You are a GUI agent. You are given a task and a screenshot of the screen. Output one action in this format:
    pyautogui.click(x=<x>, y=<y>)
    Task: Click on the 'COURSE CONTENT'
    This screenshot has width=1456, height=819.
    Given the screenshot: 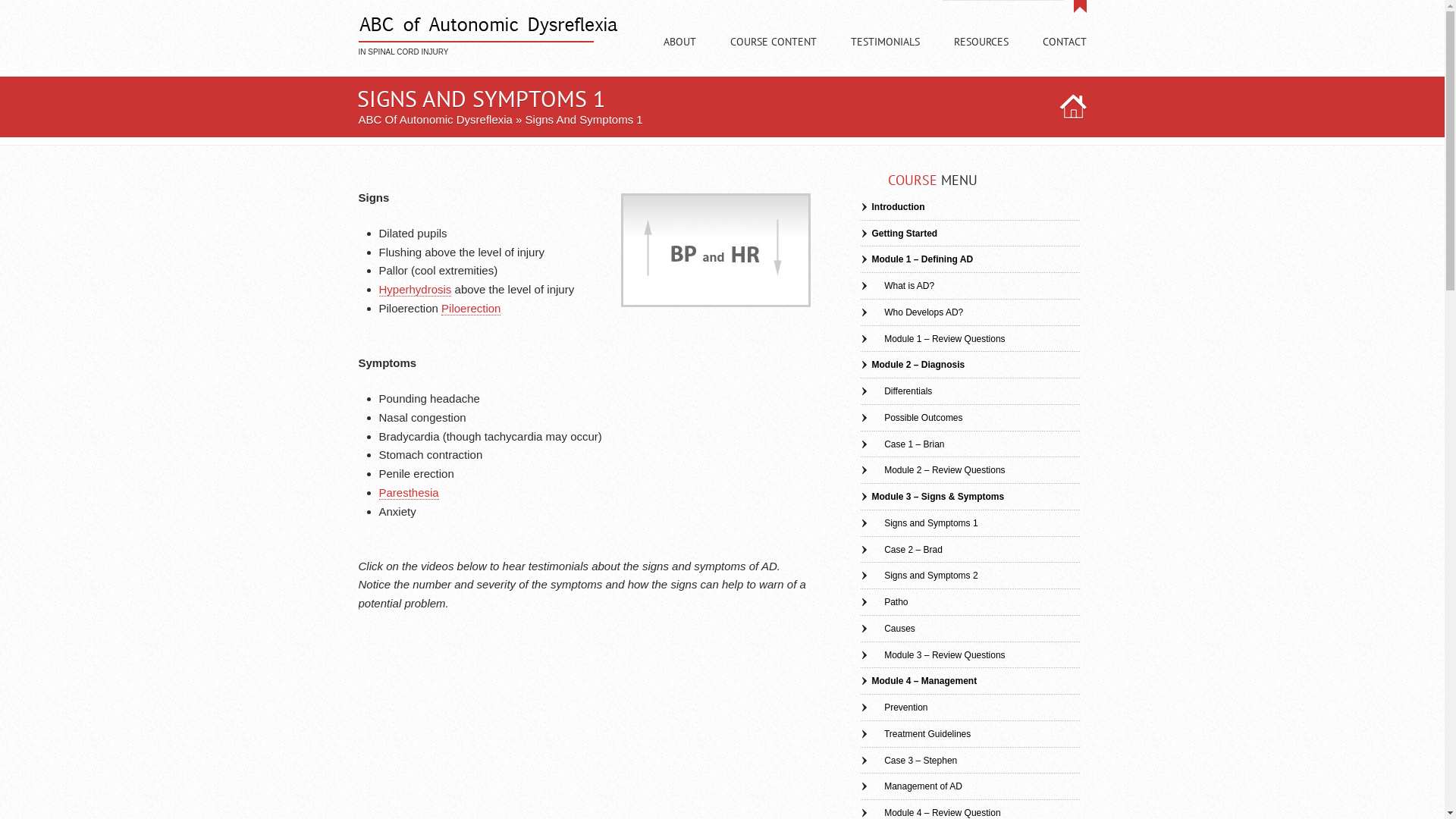 What is the action you would take?
    pyautogui.click(x=772, y=55)
    